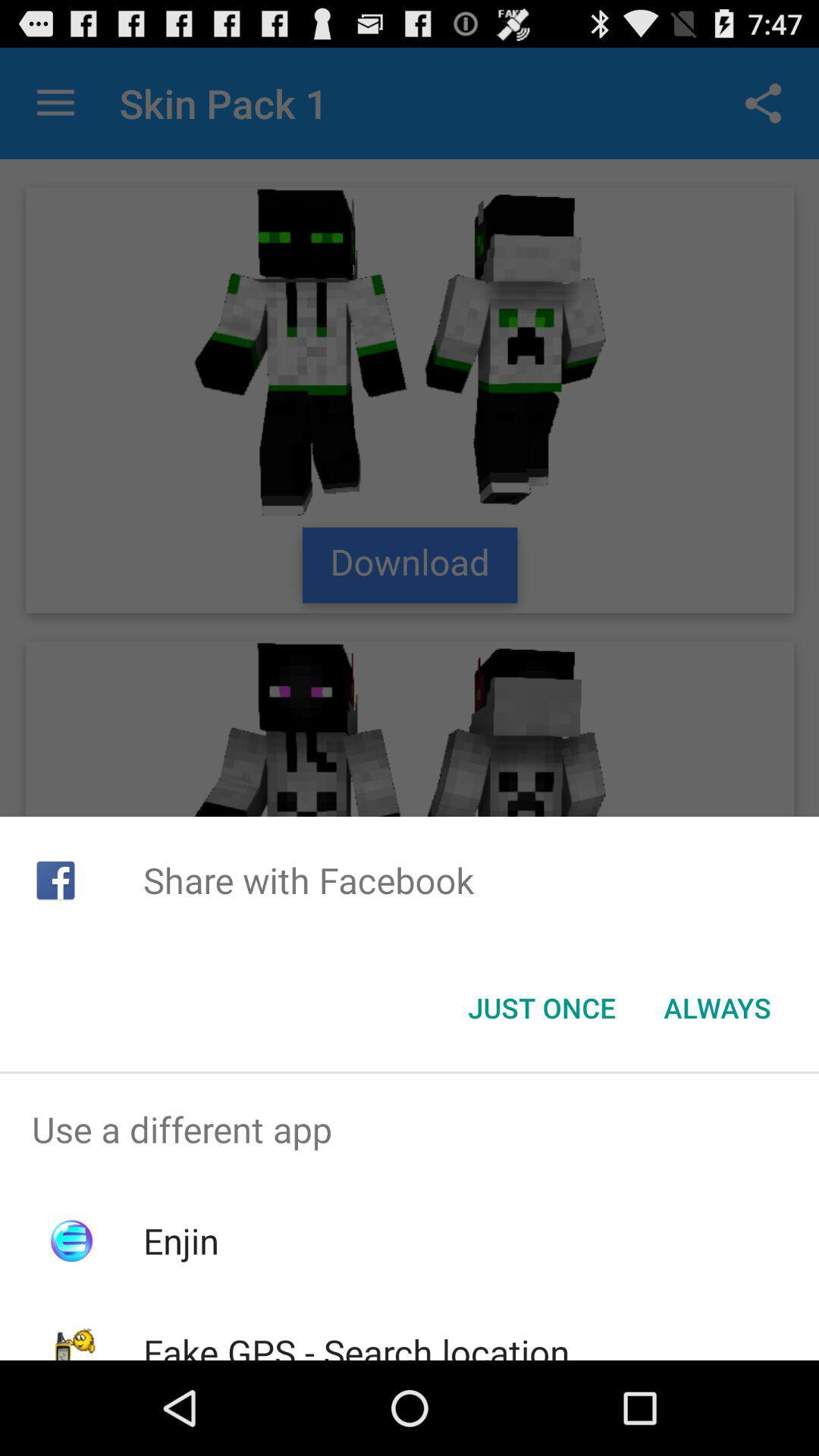 The height and width of the screenshot is (1456, 819). What do you see at coordinates (541, 1008) in the screenshot?
I see `the just once button` at bounding box center [541, 1008].